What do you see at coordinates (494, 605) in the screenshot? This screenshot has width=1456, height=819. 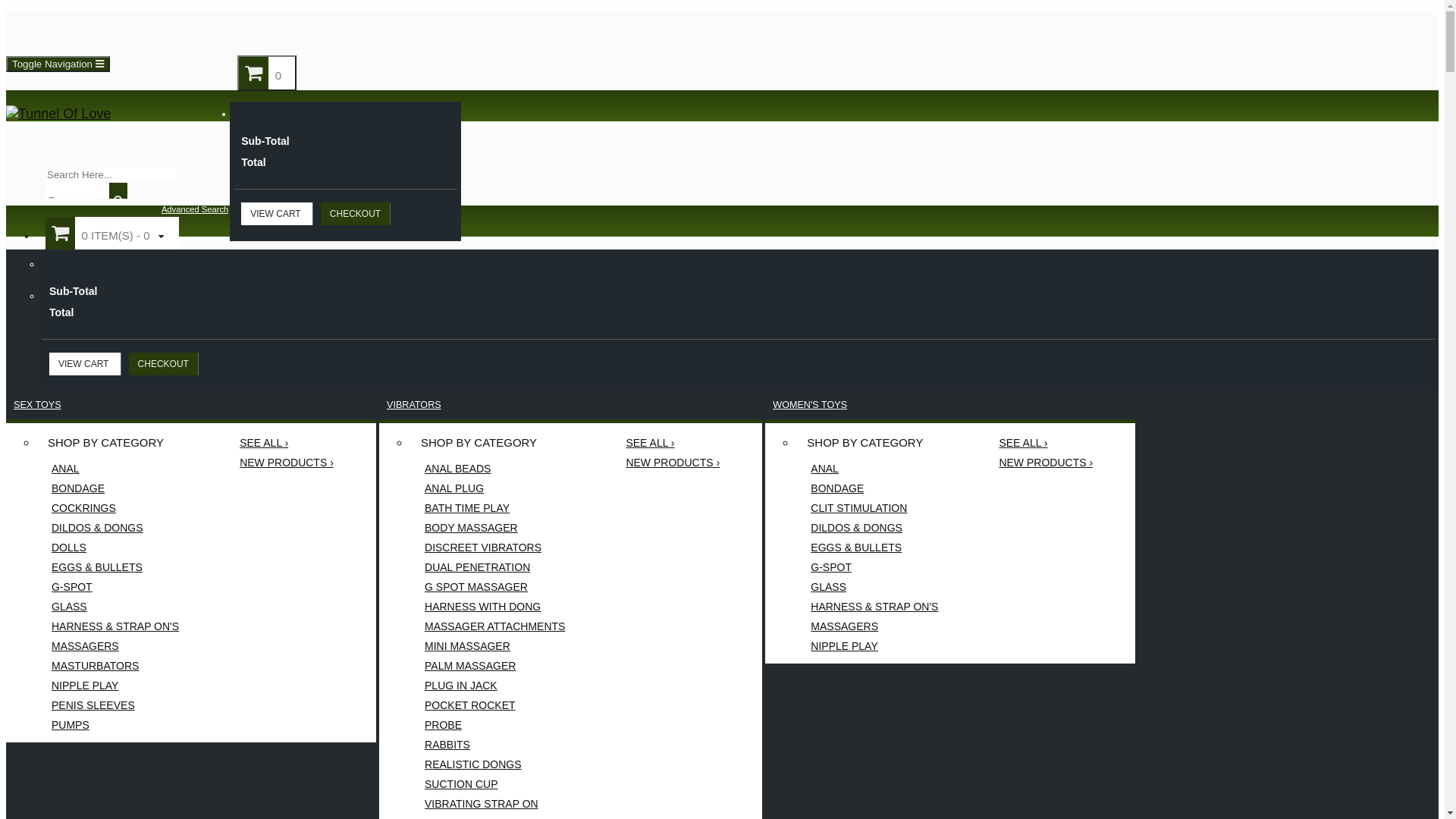 I see `'HARNESS WITH DONG'` at bounding box center [494, 605].